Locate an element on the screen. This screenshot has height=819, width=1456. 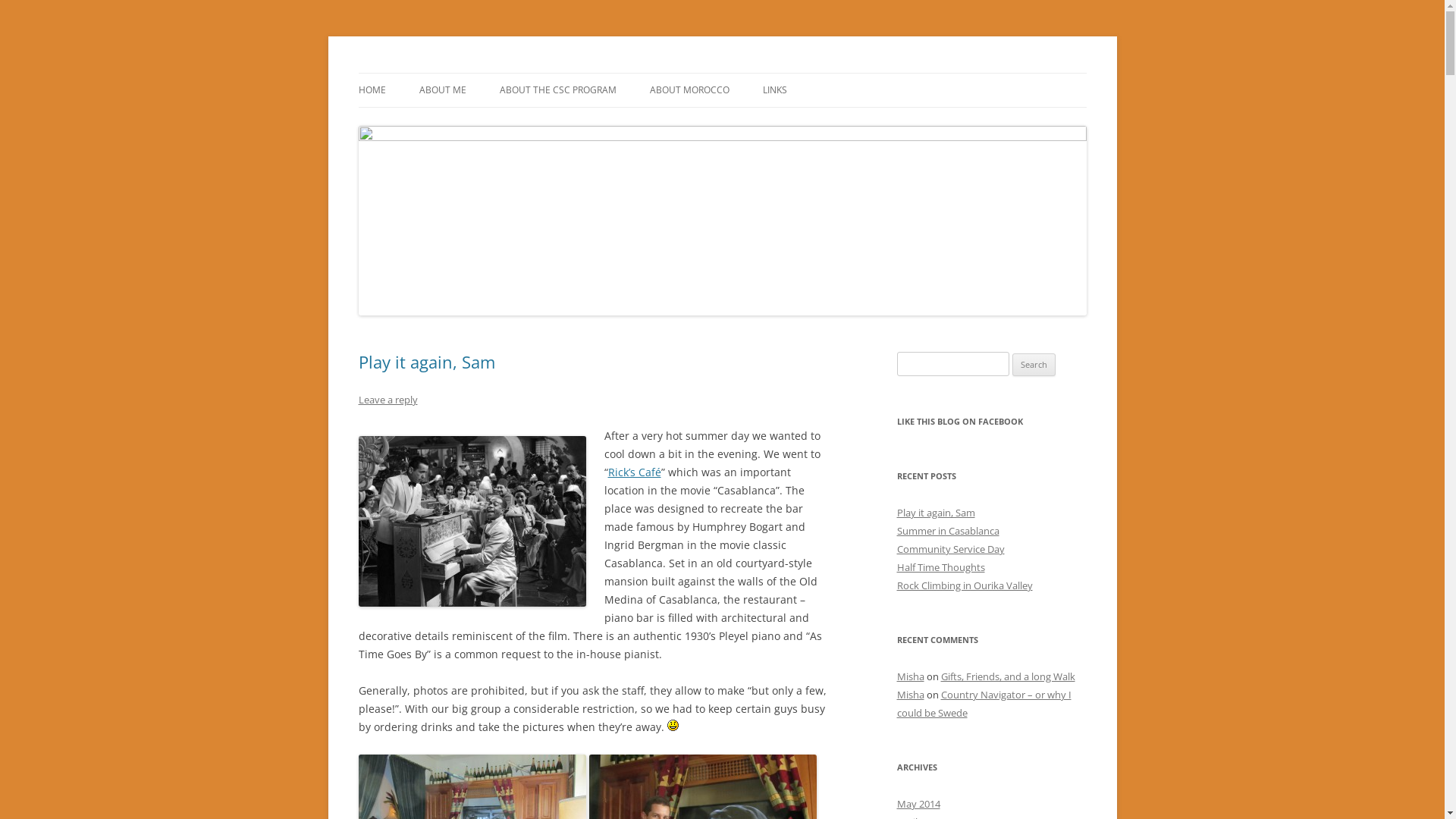
'Leave a reply' is located at coordinates (387, 399).